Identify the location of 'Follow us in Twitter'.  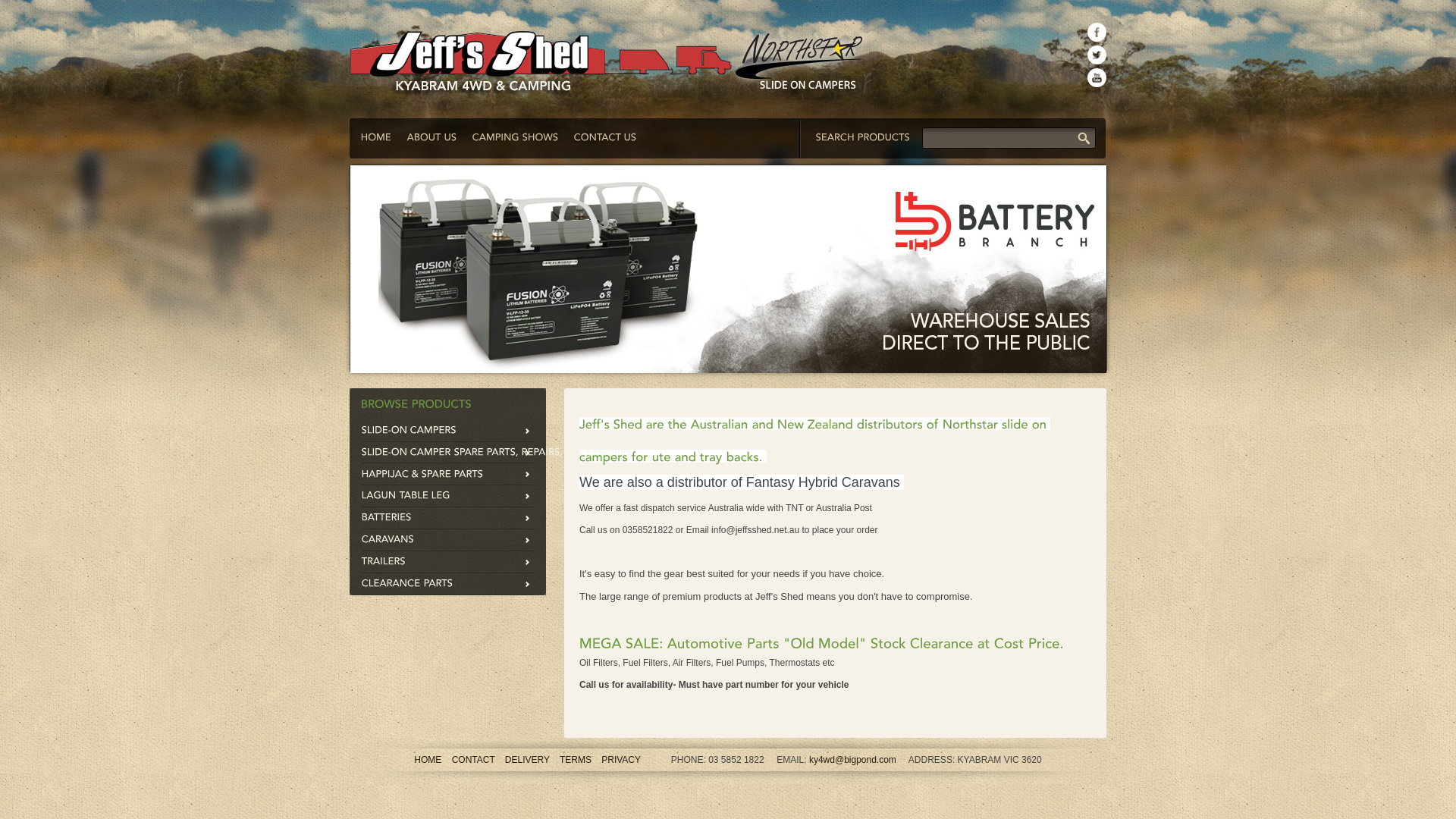
(1097, 54).